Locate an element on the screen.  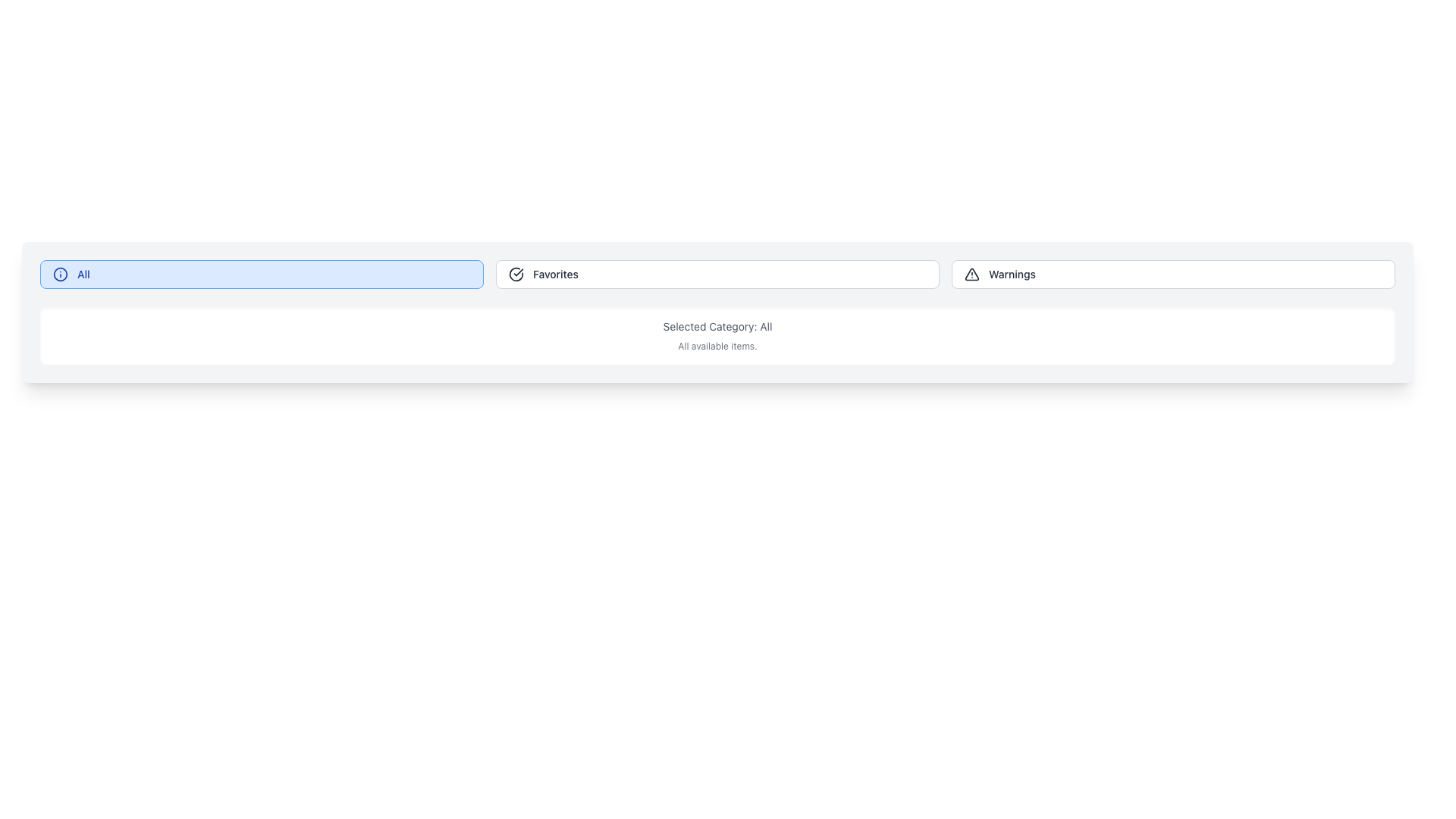
the first button on the left within the three-section group to filter all items is located at coordinates (262, 275).